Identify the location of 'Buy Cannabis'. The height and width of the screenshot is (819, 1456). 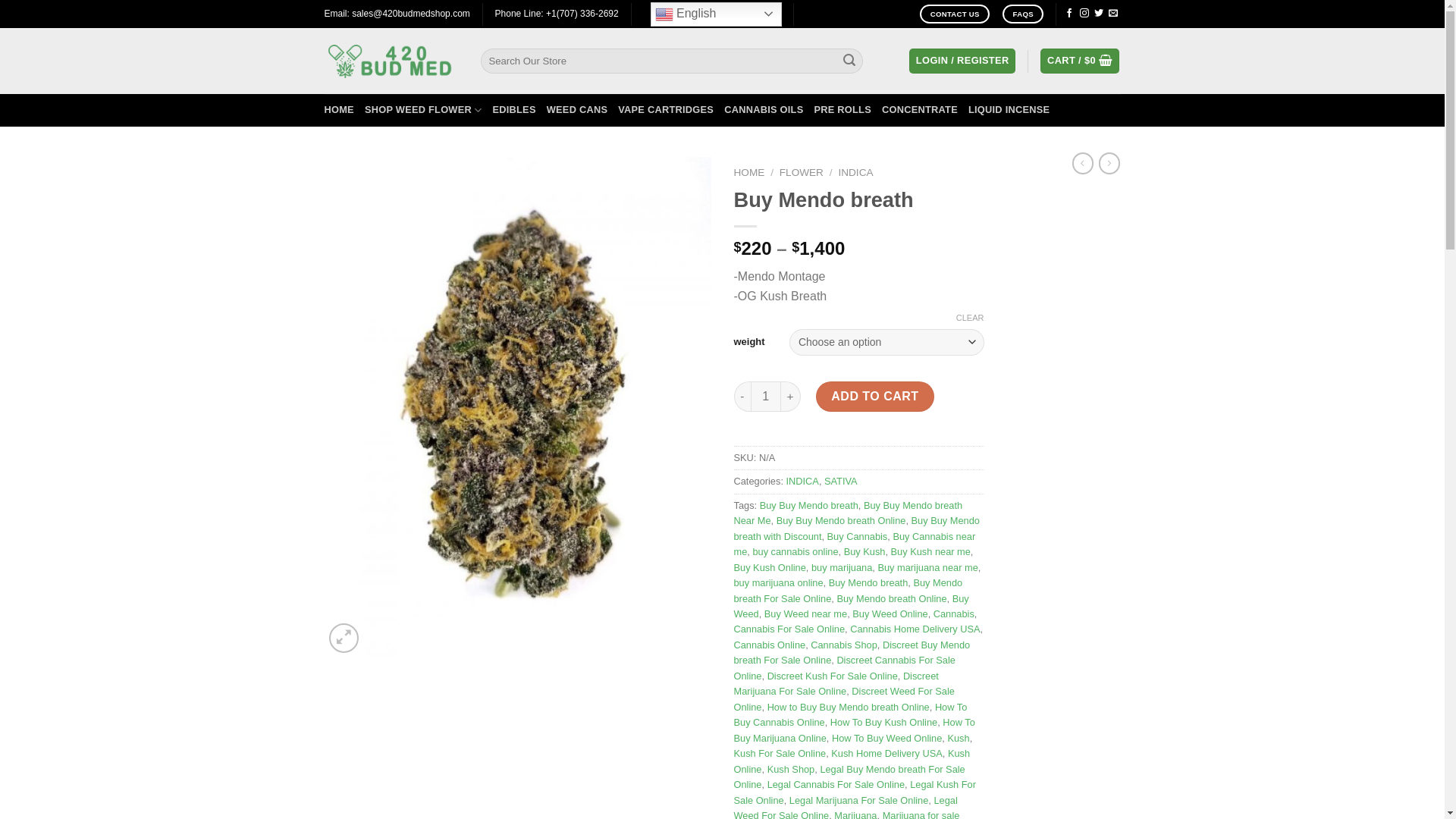
(858, 535).